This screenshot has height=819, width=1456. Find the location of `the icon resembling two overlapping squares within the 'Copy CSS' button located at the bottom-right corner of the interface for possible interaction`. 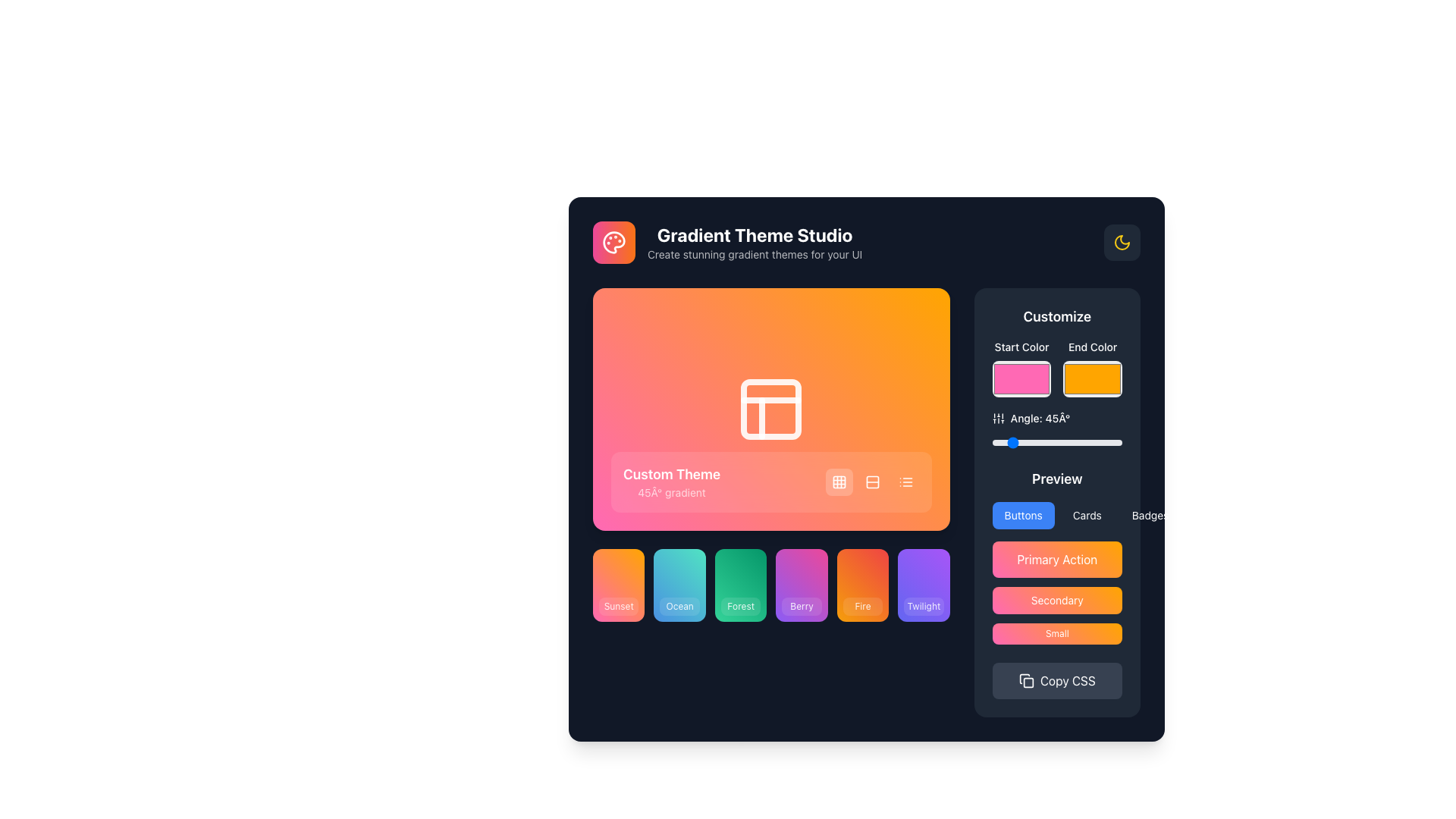

the icon resembling two overlapping squares within the 'Copy CSS' button located at the bottom-right corner of the interface for possible interaction is located at coordinates (1026, 680).